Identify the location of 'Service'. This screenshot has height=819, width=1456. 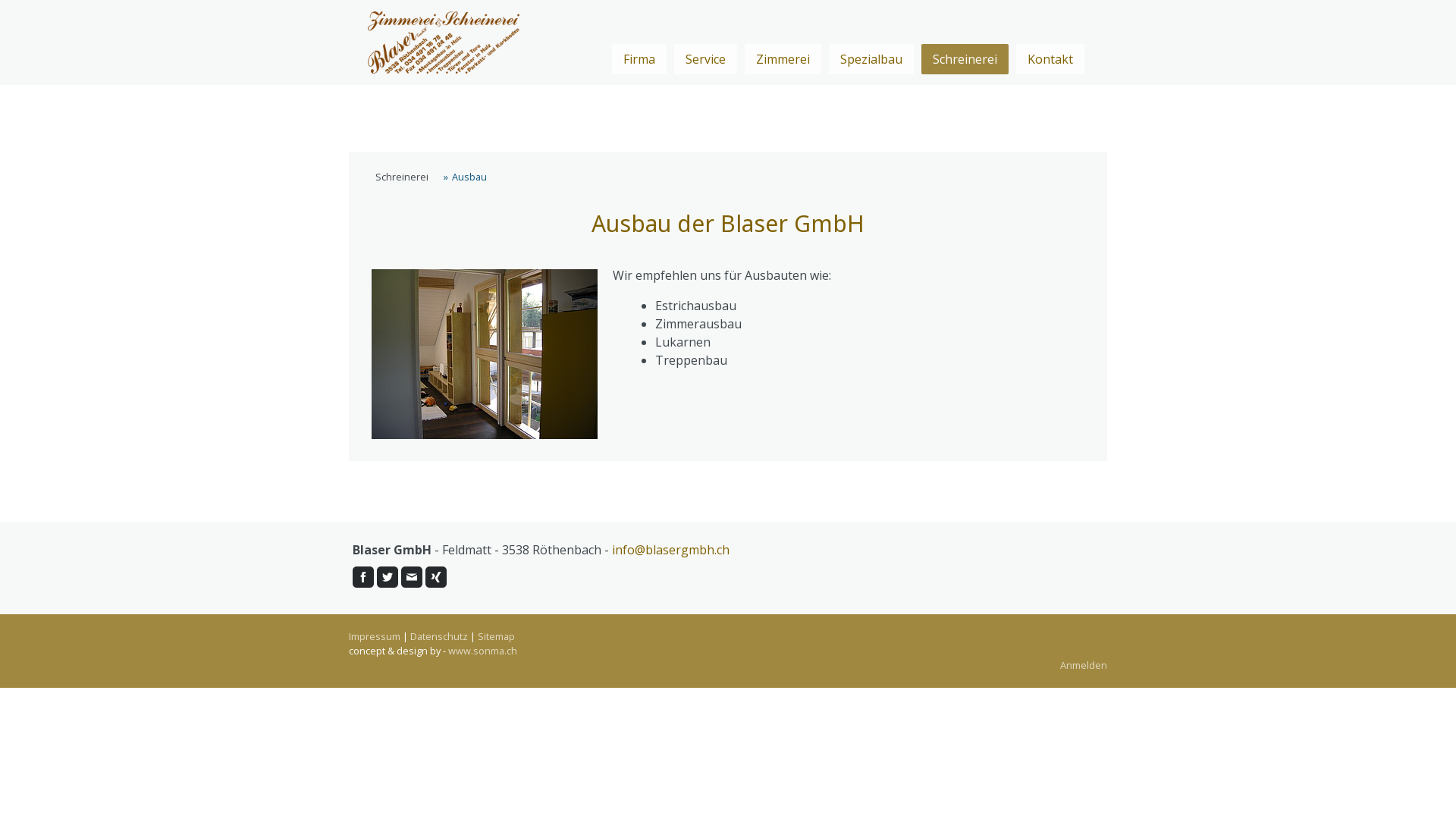
(704, 58).